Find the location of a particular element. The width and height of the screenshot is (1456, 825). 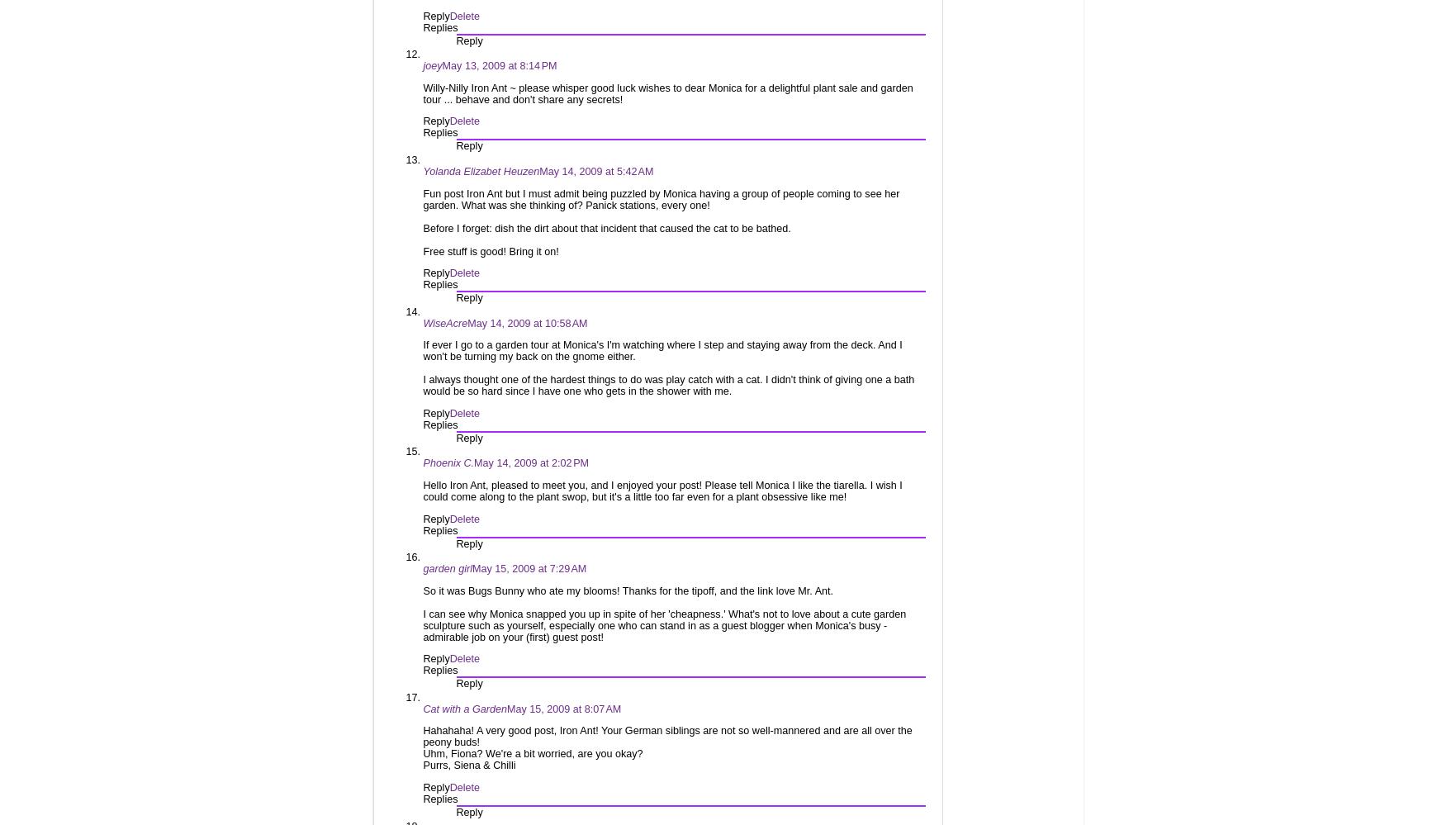

'I always thought one of the hardest things to do was play catch with a cat. I didn't think of giving one a bath would be so hard since I have one who gets in the shower with me.' is located at coordinates (668, 386).